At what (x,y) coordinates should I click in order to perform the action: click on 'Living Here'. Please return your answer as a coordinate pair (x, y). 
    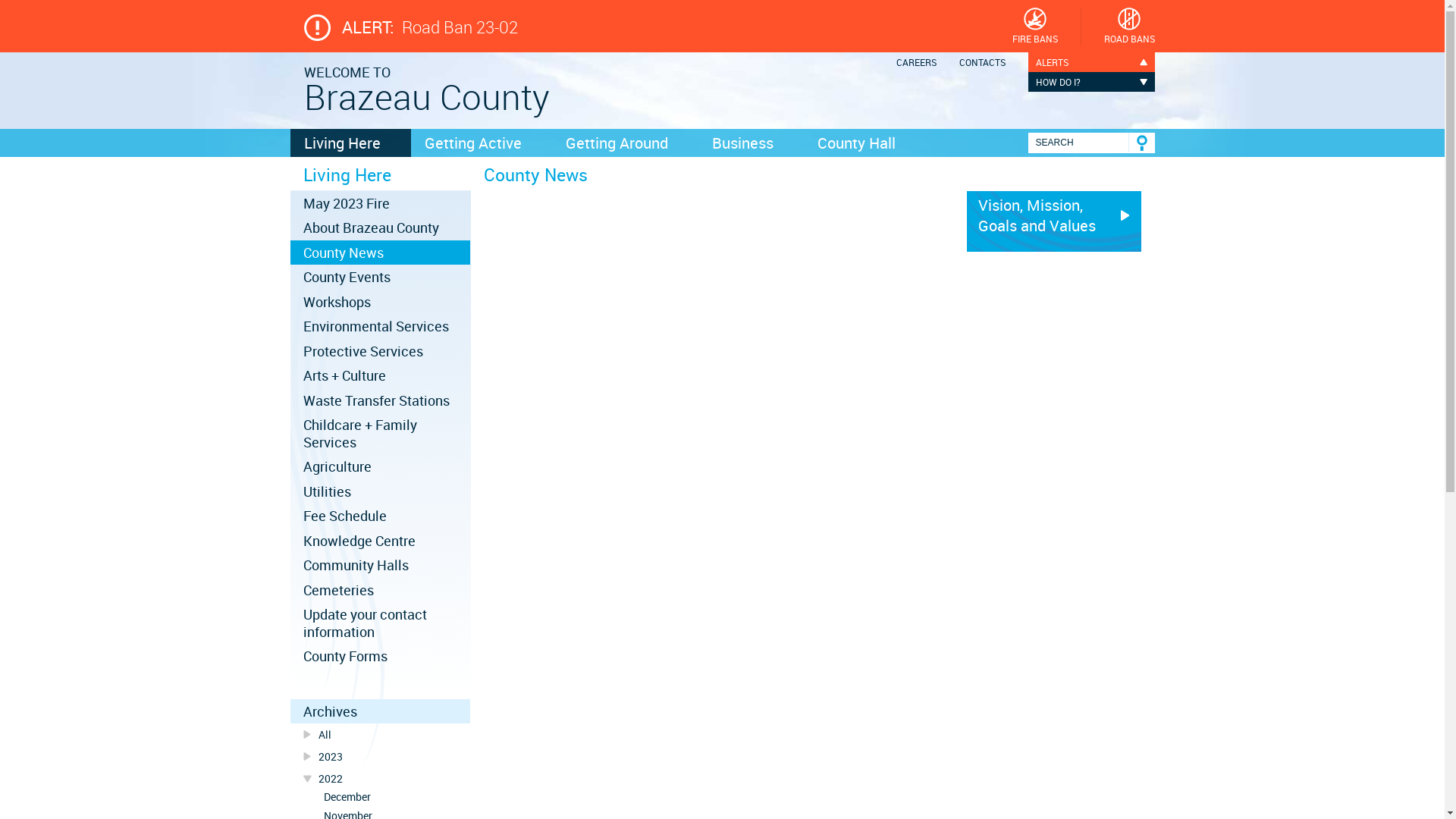
    Looking at the image, I should click on (349, 143).